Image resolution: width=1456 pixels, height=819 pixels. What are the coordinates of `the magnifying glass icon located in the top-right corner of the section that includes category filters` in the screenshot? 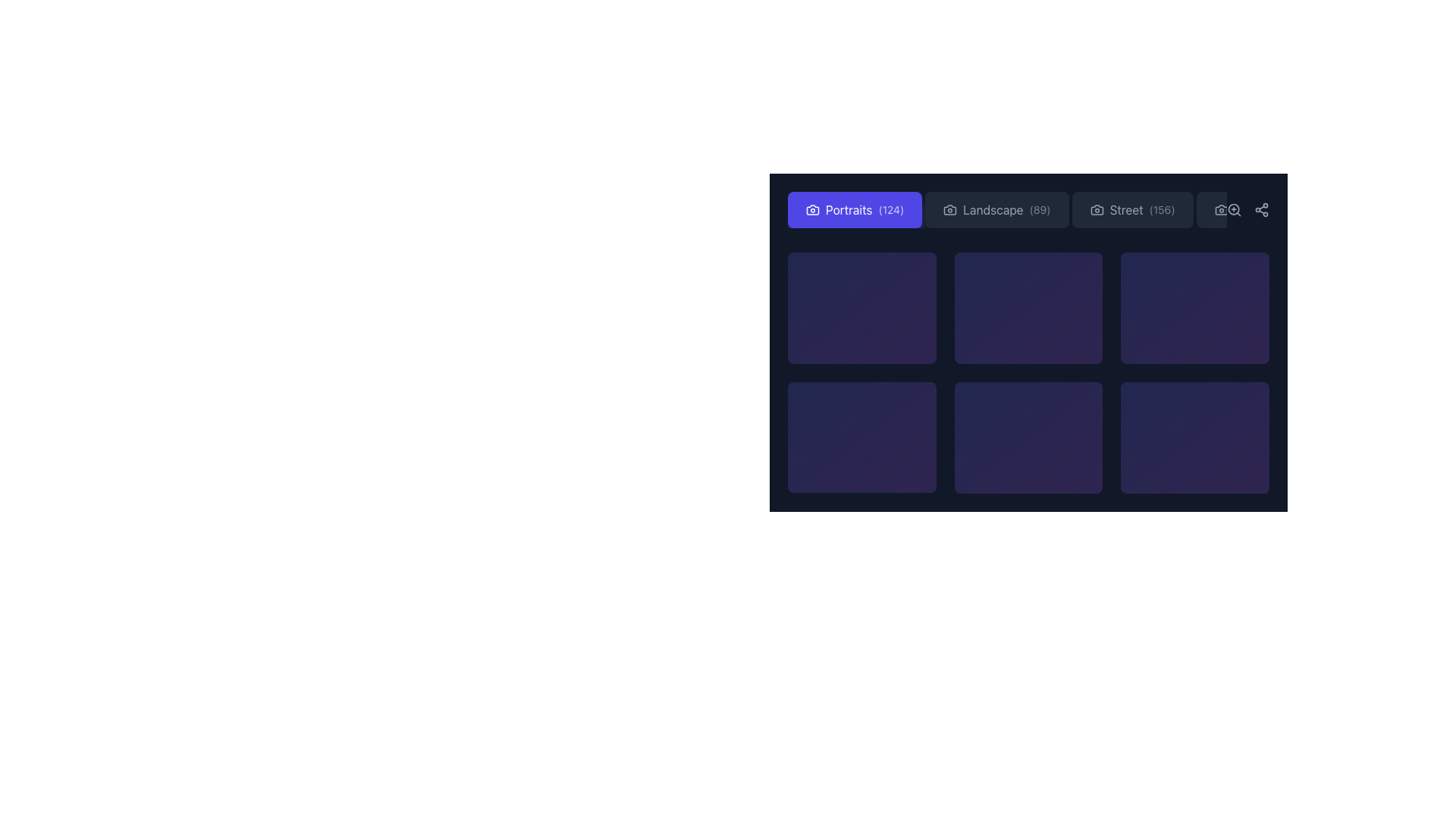 It's located at (1248, 210).